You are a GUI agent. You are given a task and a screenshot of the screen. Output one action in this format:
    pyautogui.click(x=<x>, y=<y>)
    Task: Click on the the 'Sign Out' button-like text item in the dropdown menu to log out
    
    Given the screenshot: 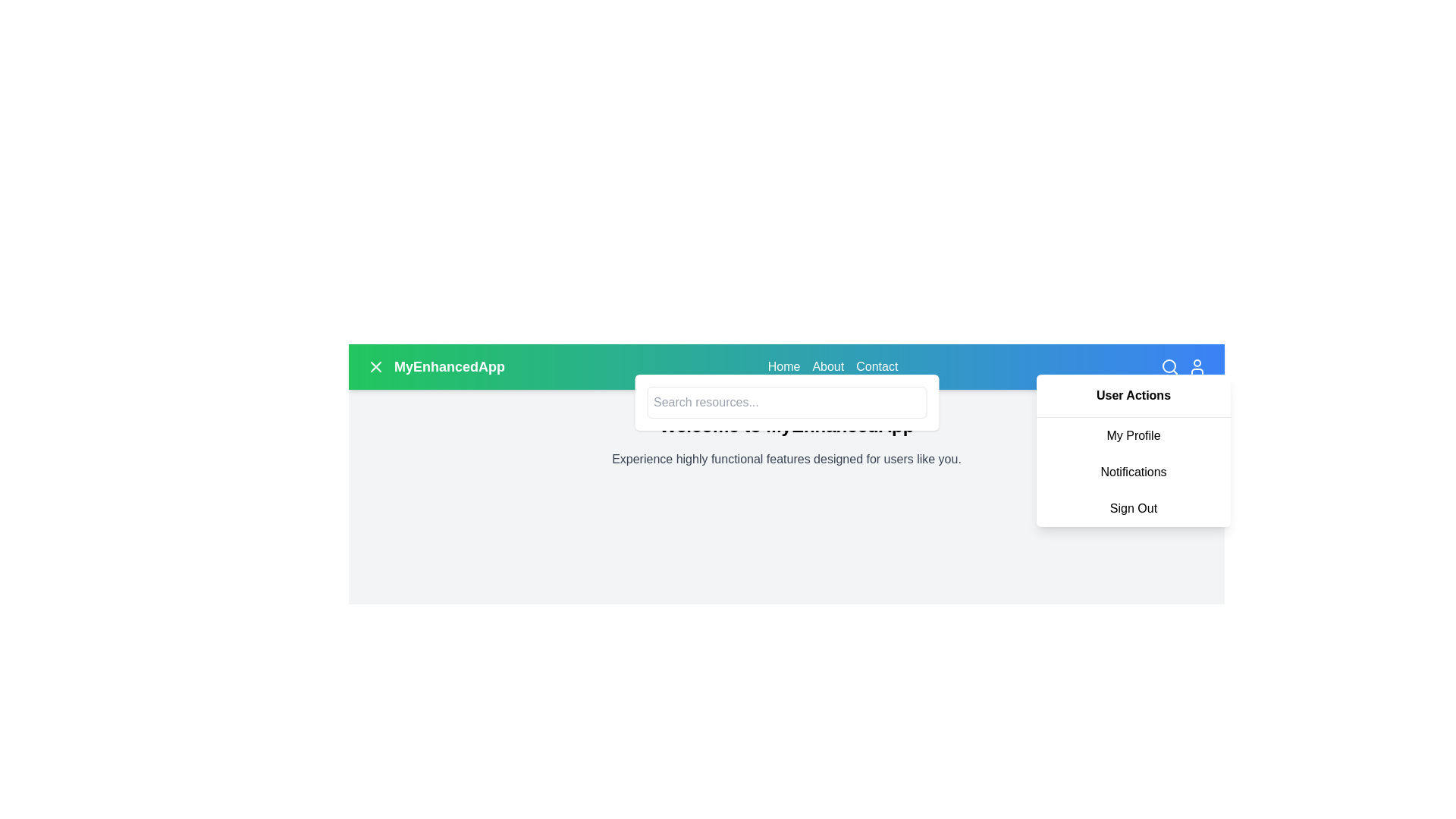 What is the action you would take?
    pyautogui.click(x=1133, y=509)
    